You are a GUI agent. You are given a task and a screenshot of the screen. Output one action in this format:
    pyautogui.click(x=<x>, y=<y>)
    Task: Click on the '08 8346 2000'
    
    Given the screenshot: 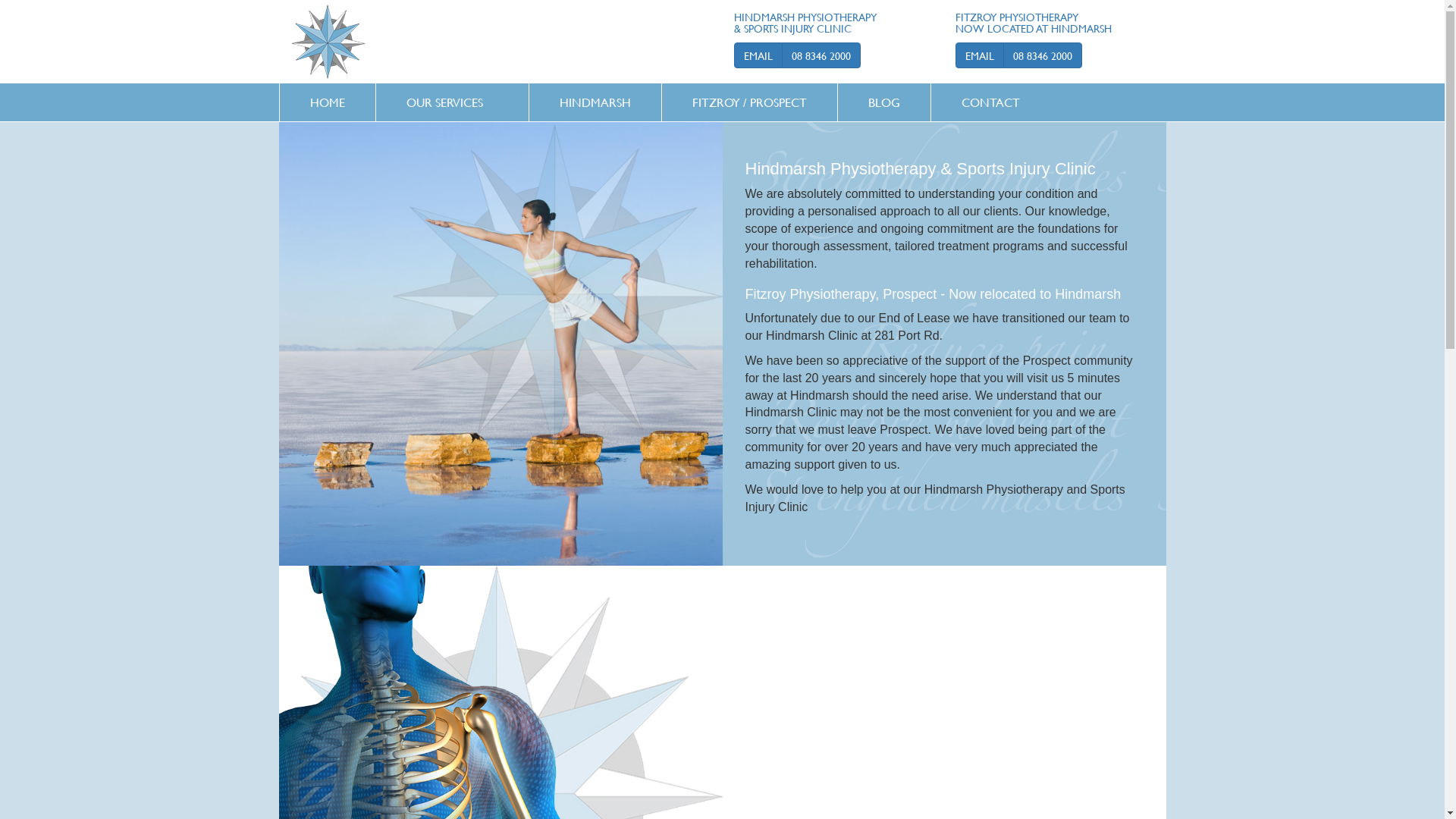 What is the action you would take?
    pyautogui.click(x=1041, y=55)
    